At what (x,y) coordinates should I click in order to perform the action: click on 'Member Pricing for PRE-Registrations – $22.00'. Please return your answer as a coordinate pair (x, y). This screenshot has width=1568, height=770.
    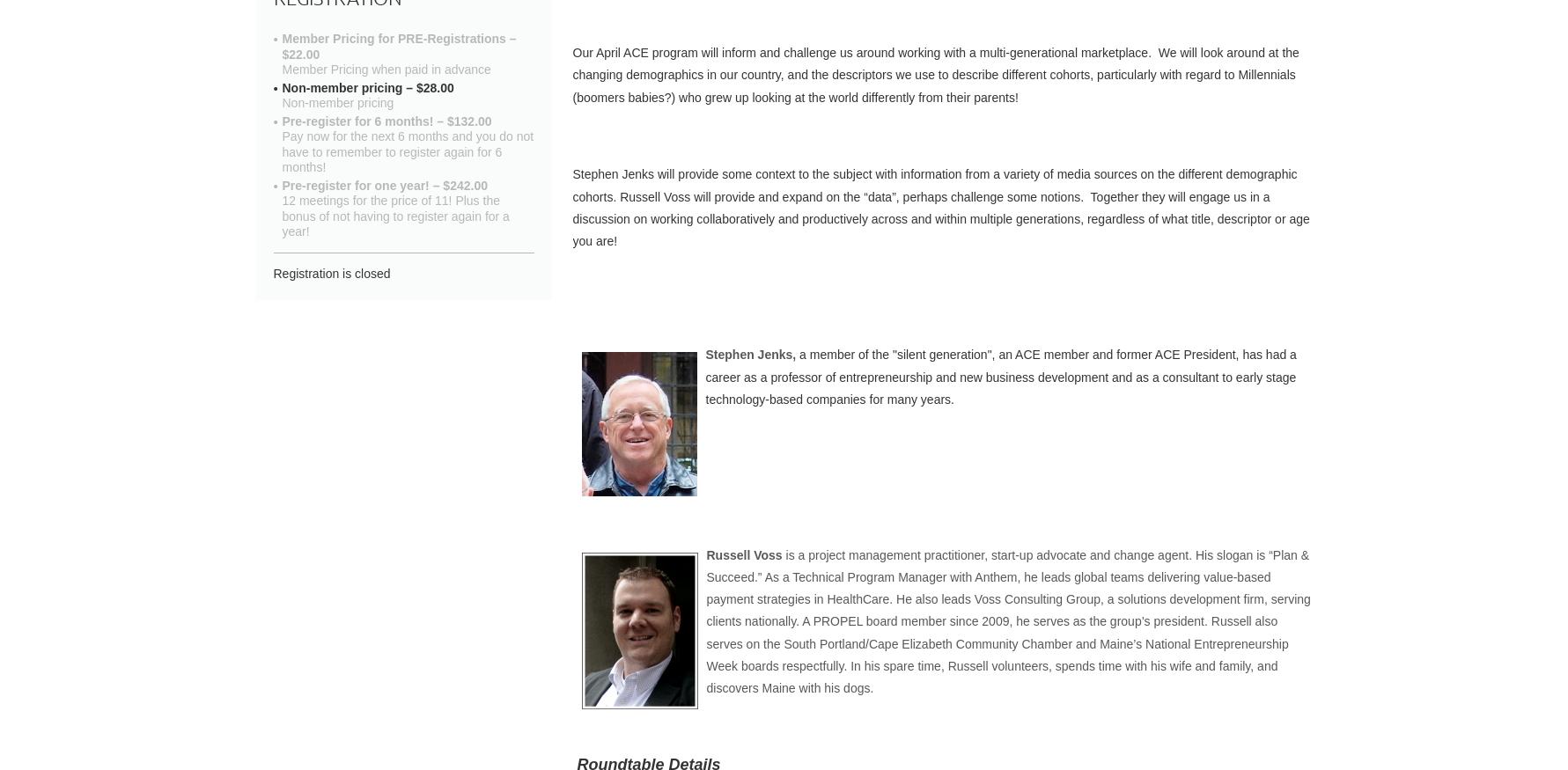
    Looking at the image, I should click on (398, 45).